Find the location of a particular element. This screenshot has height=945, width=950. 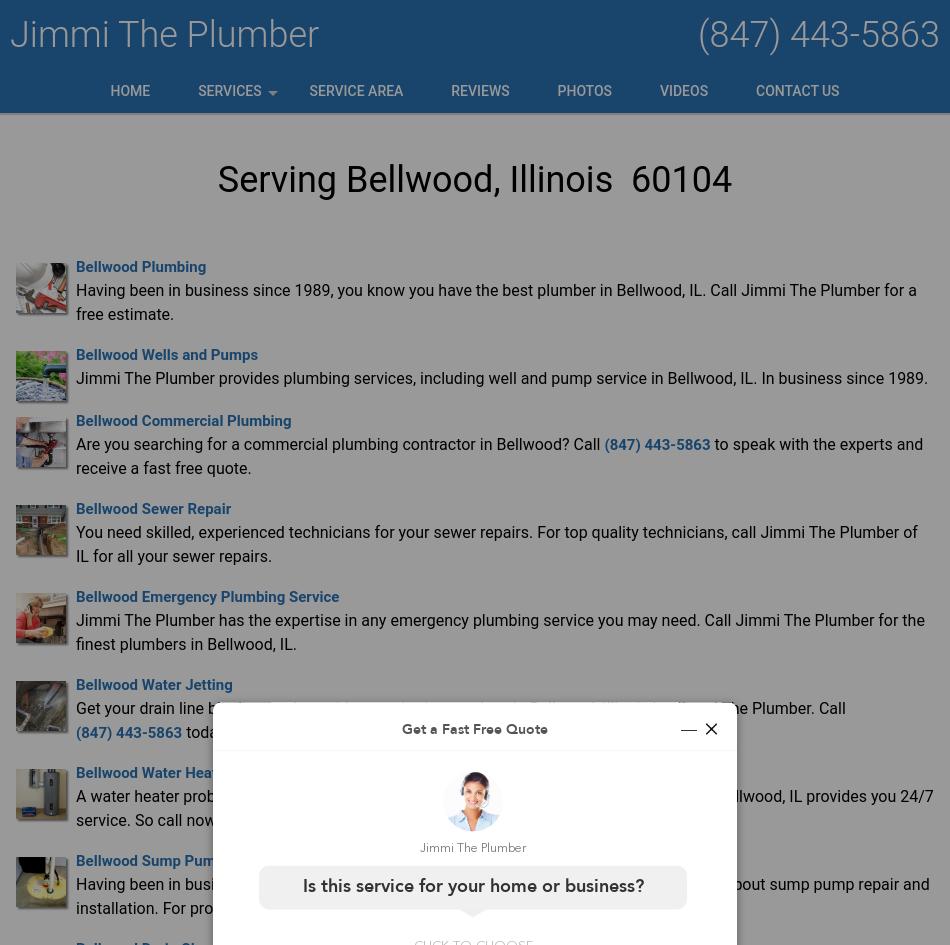

'Bellwood Emergency Plumbing Service' is located at coordinates (76, 596).